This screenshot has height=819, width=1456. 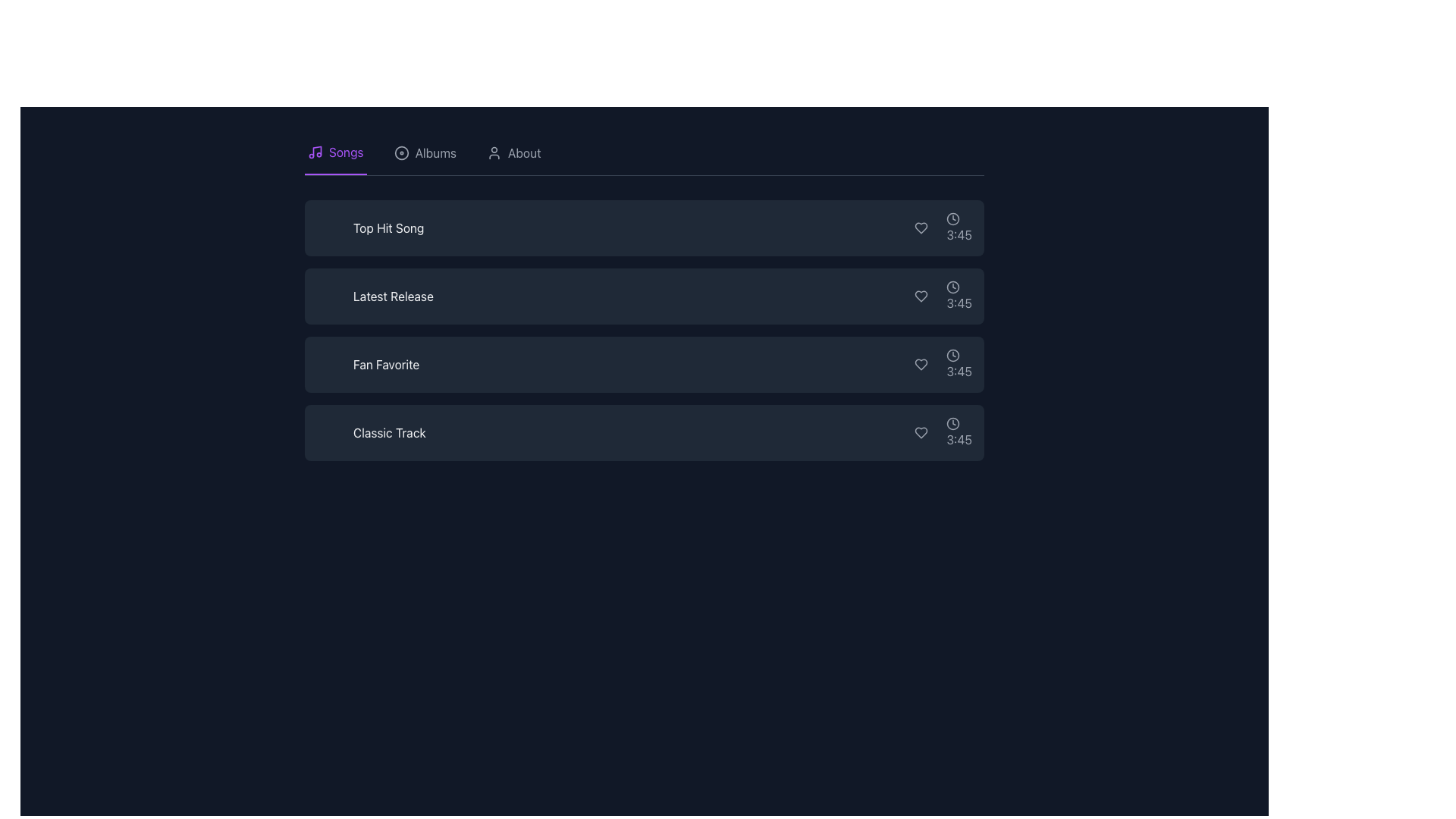 What do you see at coordinates (425, 152) in the screenshot?
I see `the second button from the left in the navigation bar` at bounding box center [425, 152].